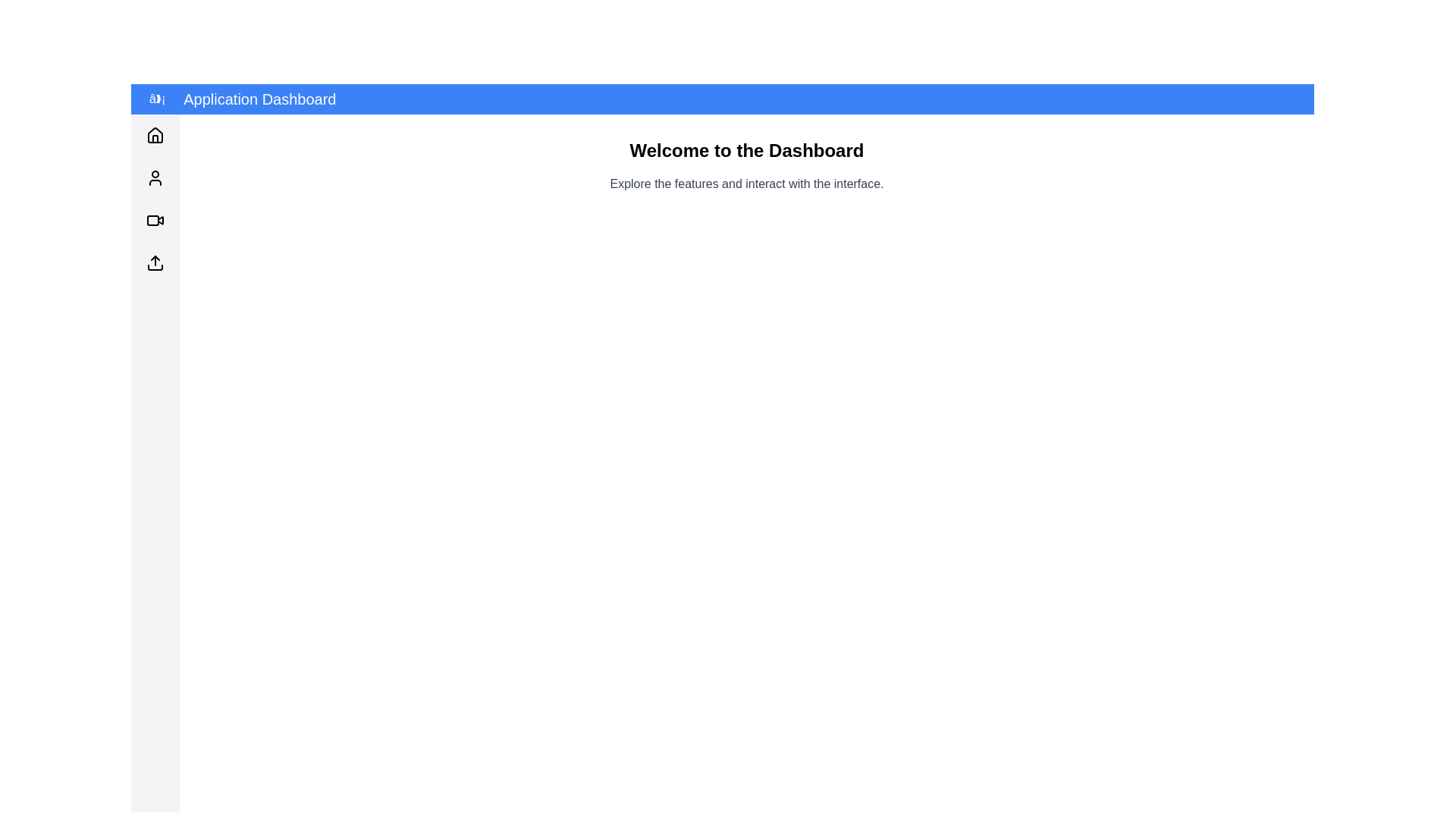 Image resolution: width=1456 pixels, height=819 pixels. I want to click on the topmost house icon in the left vertical navigation bar, which is styled to resemble a dwelling, so click(155, 133).